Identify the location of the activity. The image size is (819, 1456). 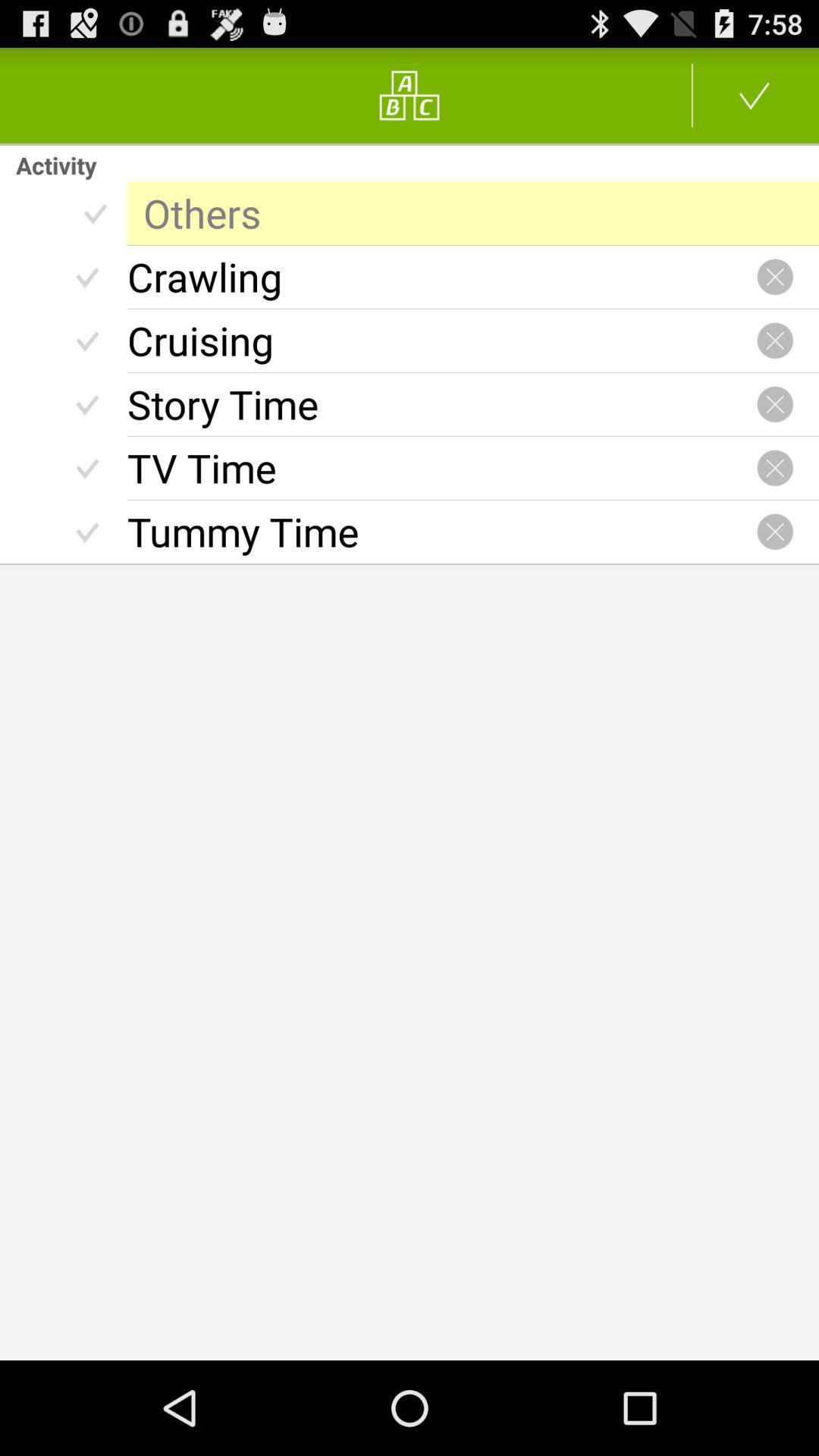
(775, 532).